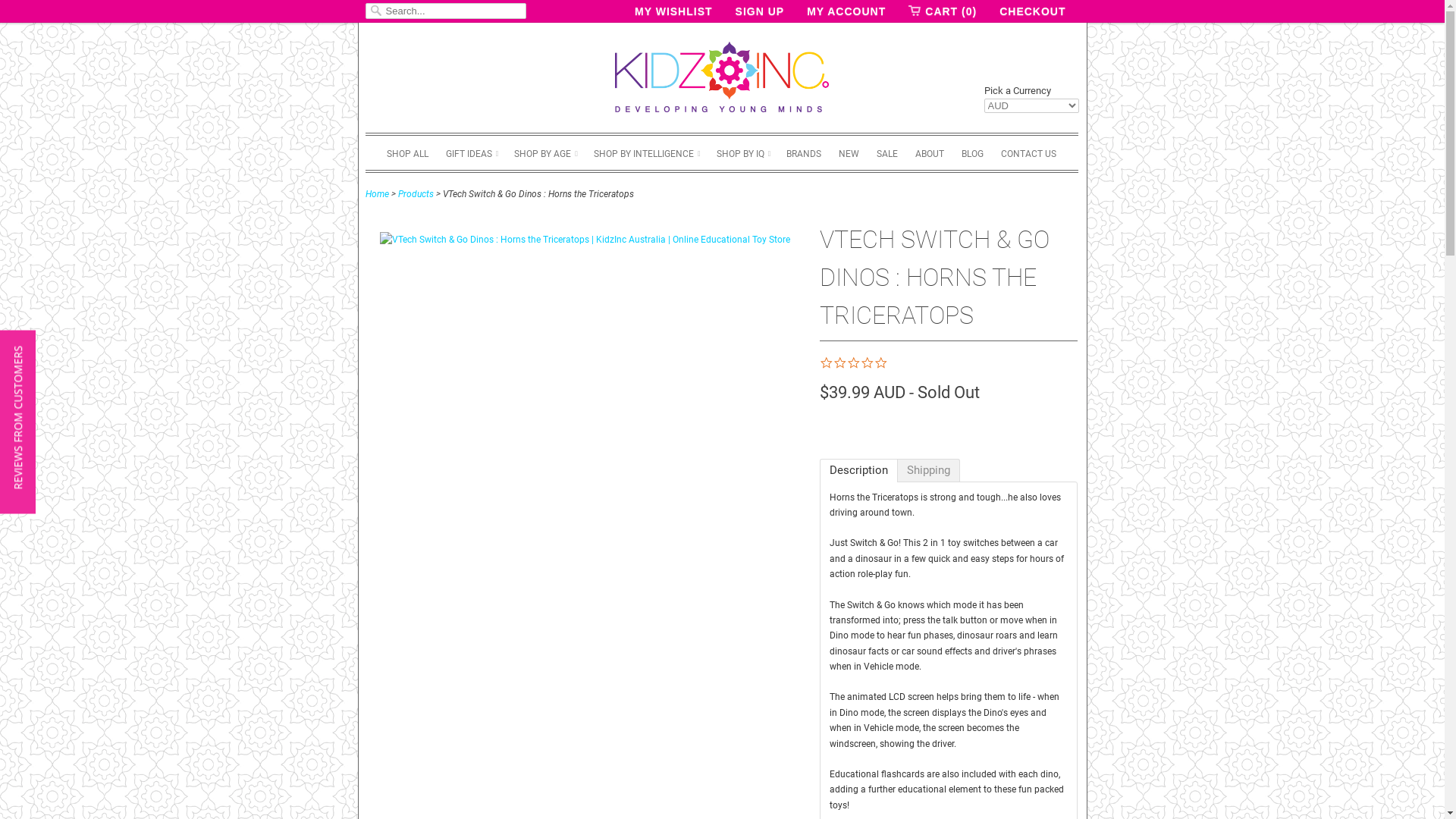 The width and height of the screenshot is (1456, 819). Describe the element at coordinates (415, 192) in the screenshot. I see `'Products'` at that location.